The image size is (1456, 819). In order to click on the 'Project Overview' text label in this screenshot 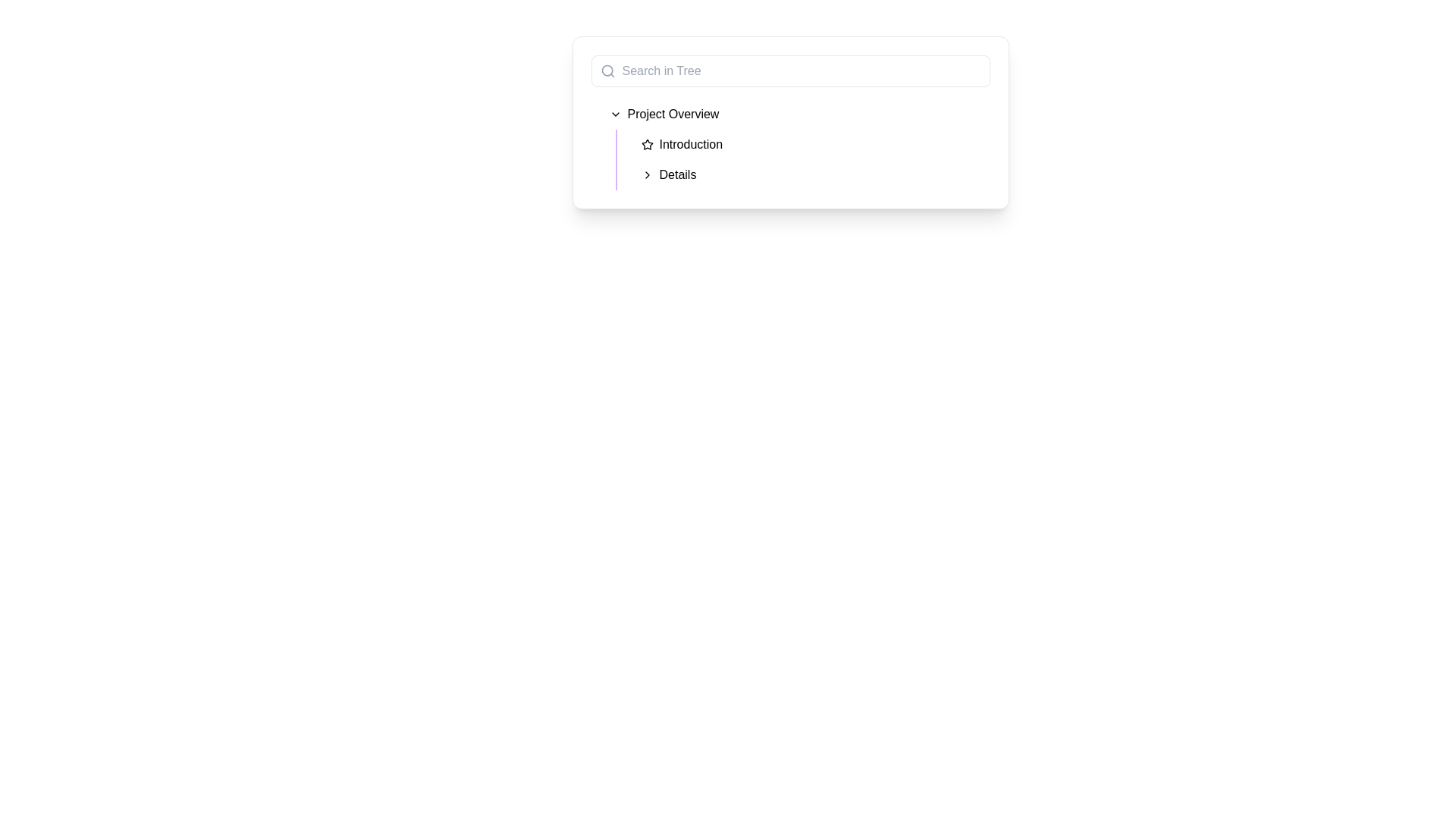, I will do `click(673, 113)`.